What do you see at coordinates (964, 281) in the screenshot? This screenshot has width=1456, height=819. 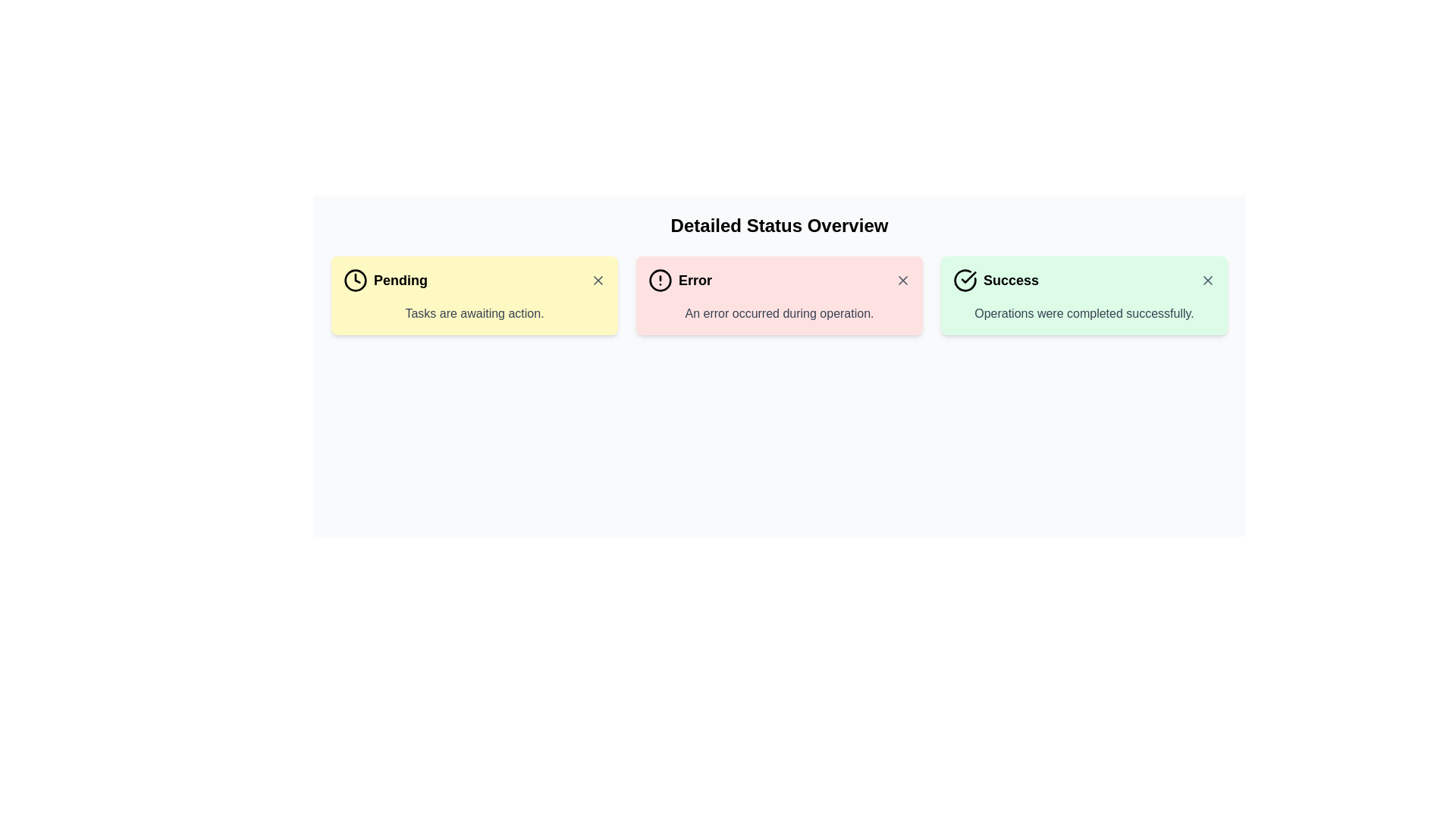 I see `the success icon located in the far right section of the three-column layout, which indicates a positive outcome and precedes the label text 'Success'` at bounding box center [964, 281].